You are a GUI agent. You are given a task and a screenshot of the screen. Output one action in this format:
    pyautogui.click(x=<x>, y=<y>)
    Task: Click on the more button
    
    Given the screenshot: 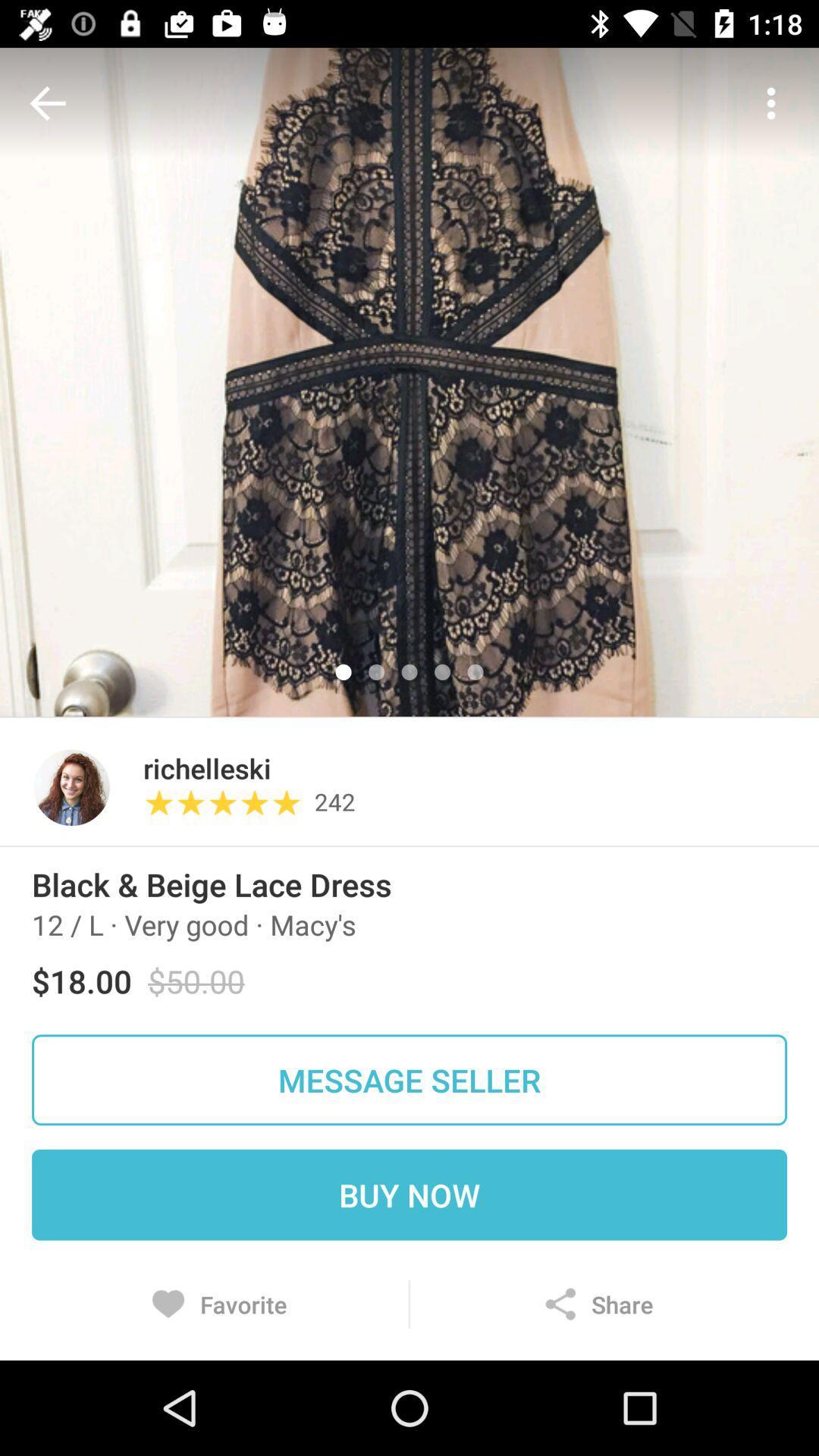 What is the action you would take?
    pyautogui.click(x=771, y=103)
    